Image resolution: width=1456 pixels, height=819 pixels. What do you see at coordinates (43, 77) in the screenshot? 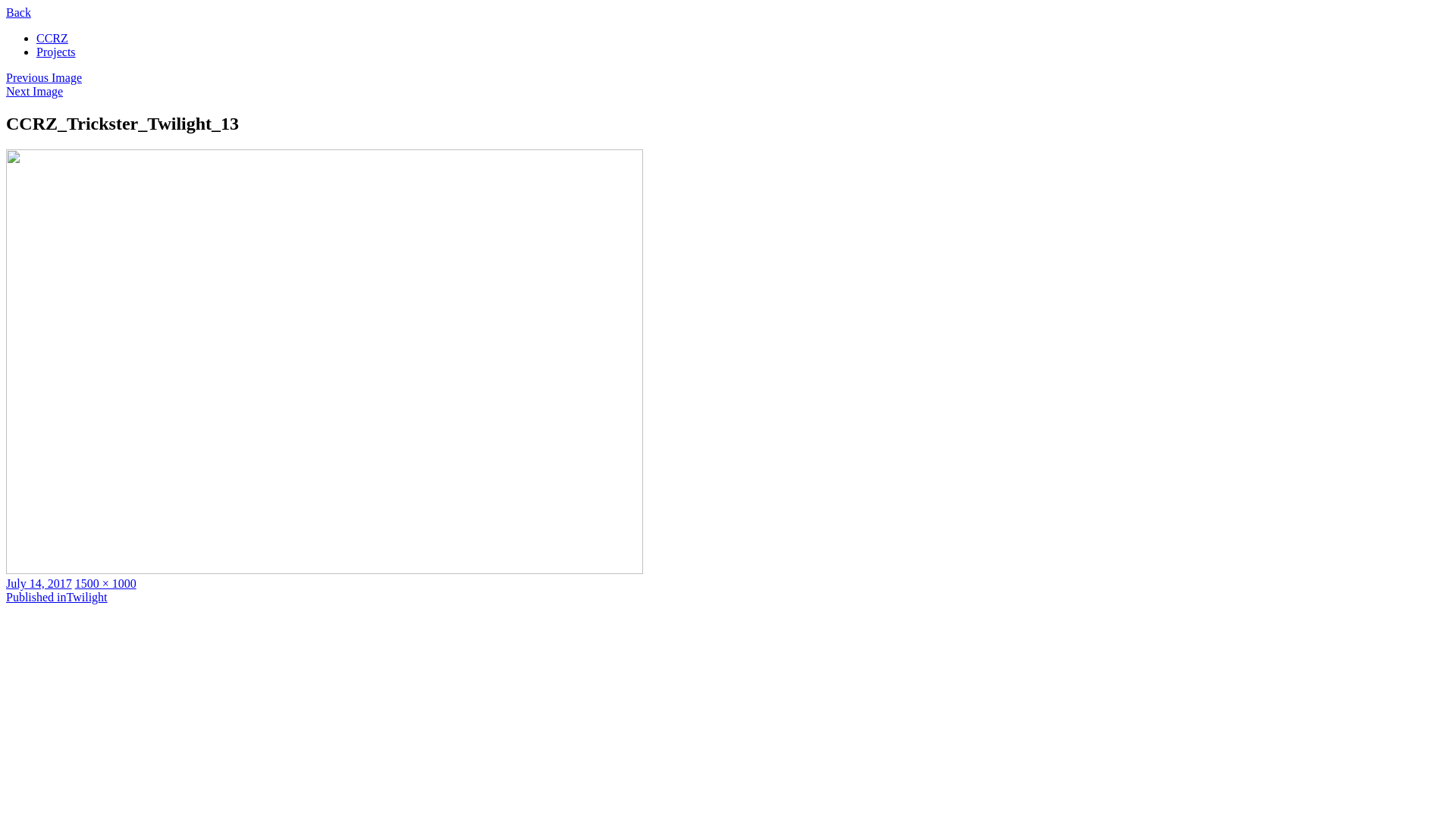
I see `'Previous Image'` at bounding box center [43, 77].